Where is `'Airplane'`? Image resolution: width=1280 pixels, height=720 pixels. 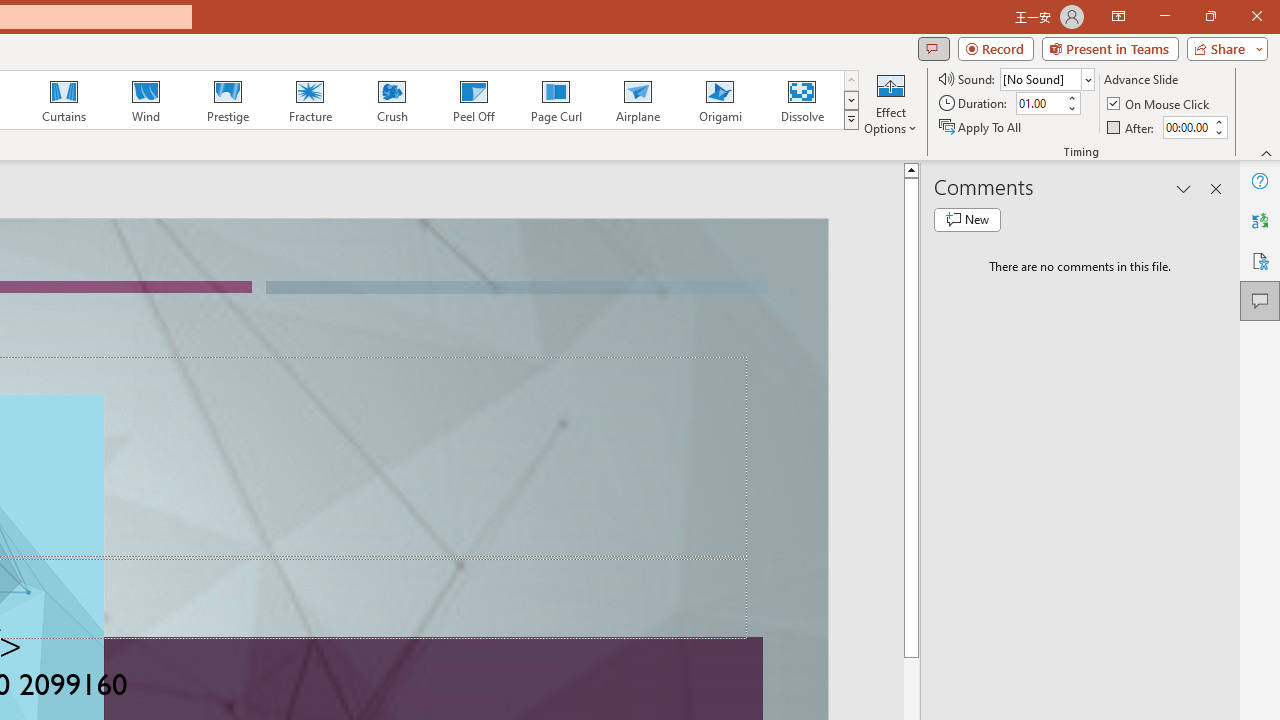
'Airplane' is located at coordinates (636, 100).